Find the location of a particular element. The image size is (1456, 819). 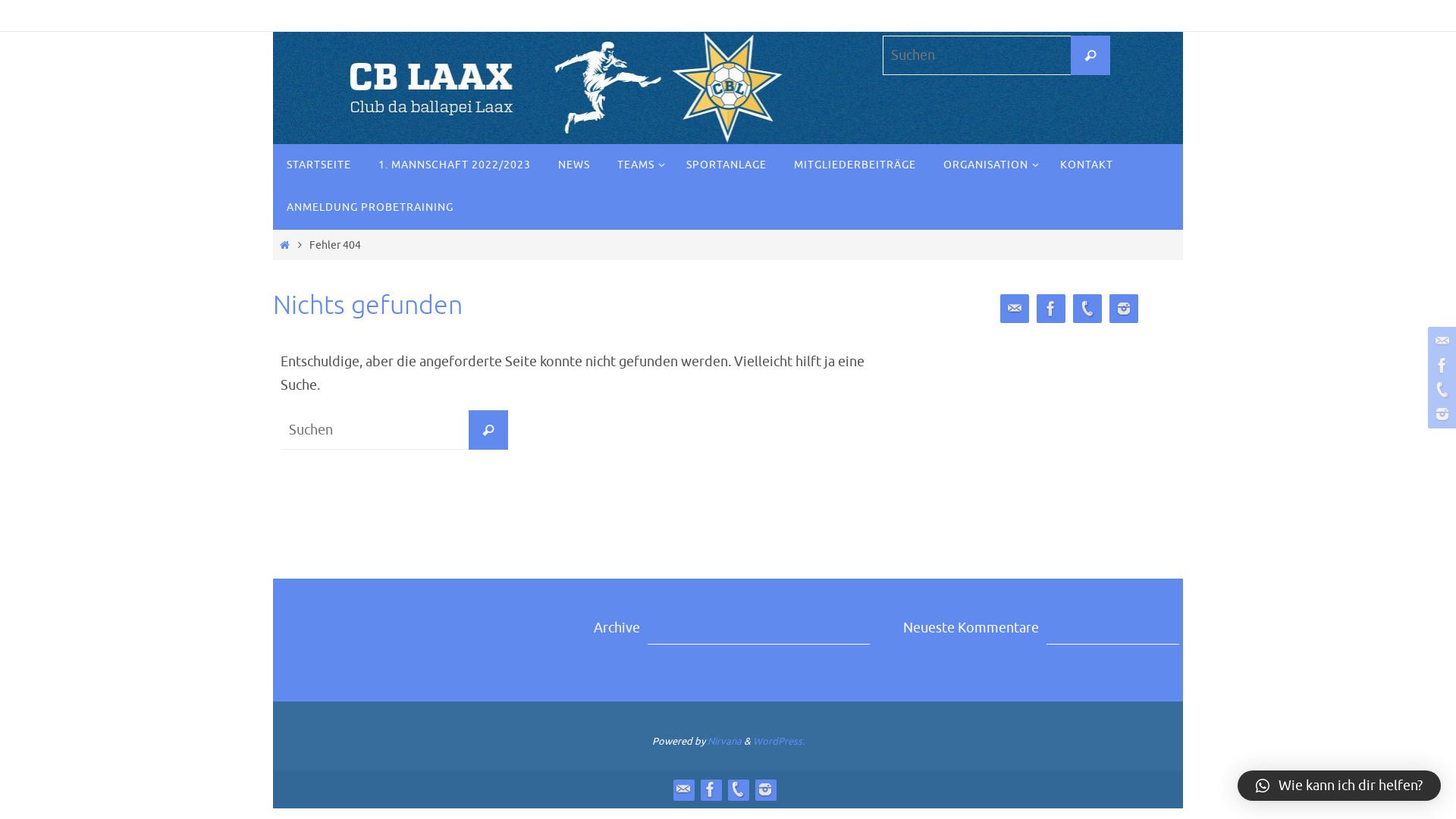

'Nirvana' is located at coordinates (723, 740).